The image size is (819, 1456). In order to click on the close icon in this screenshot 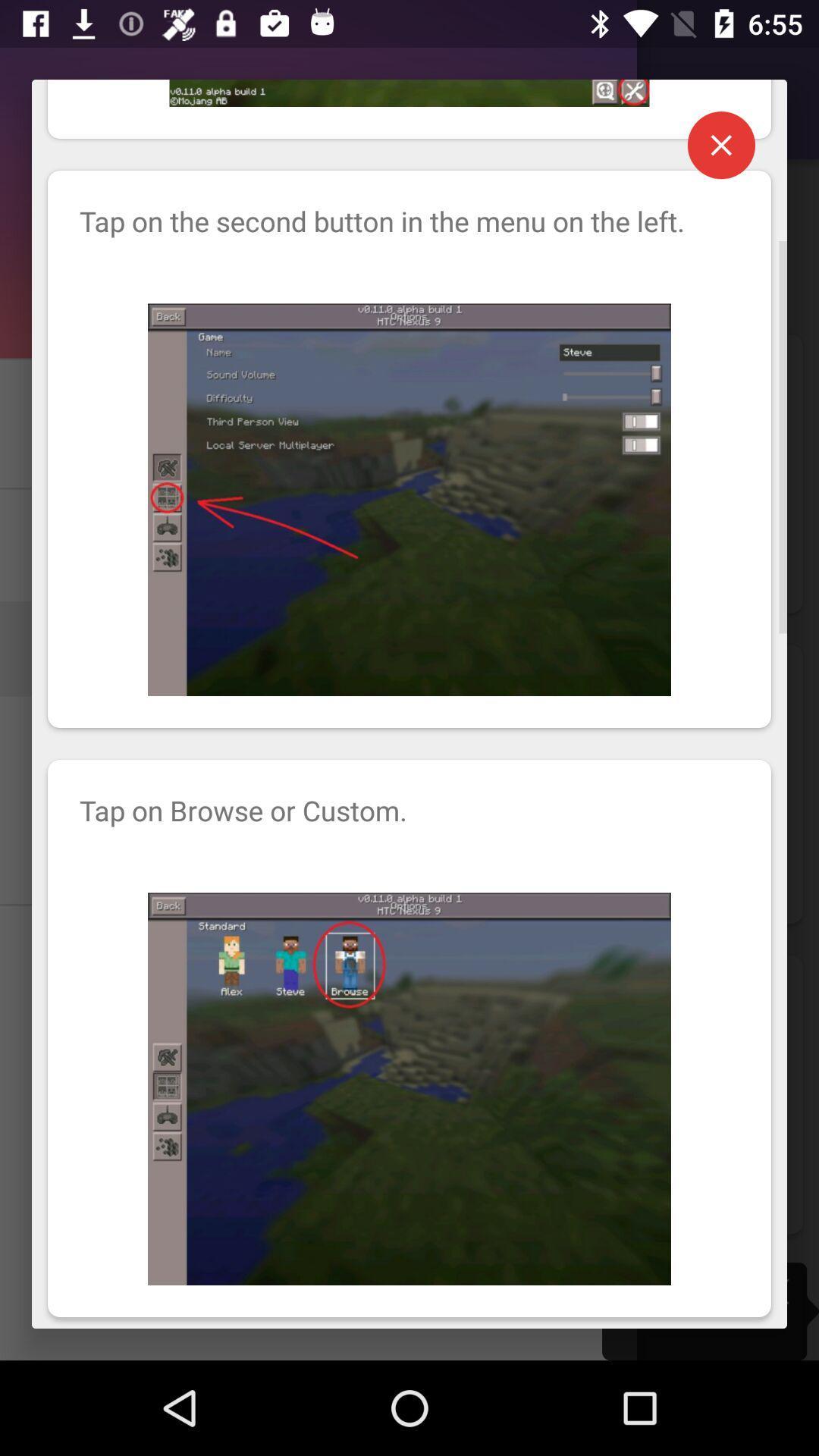, I will do `click(720, 155)`.